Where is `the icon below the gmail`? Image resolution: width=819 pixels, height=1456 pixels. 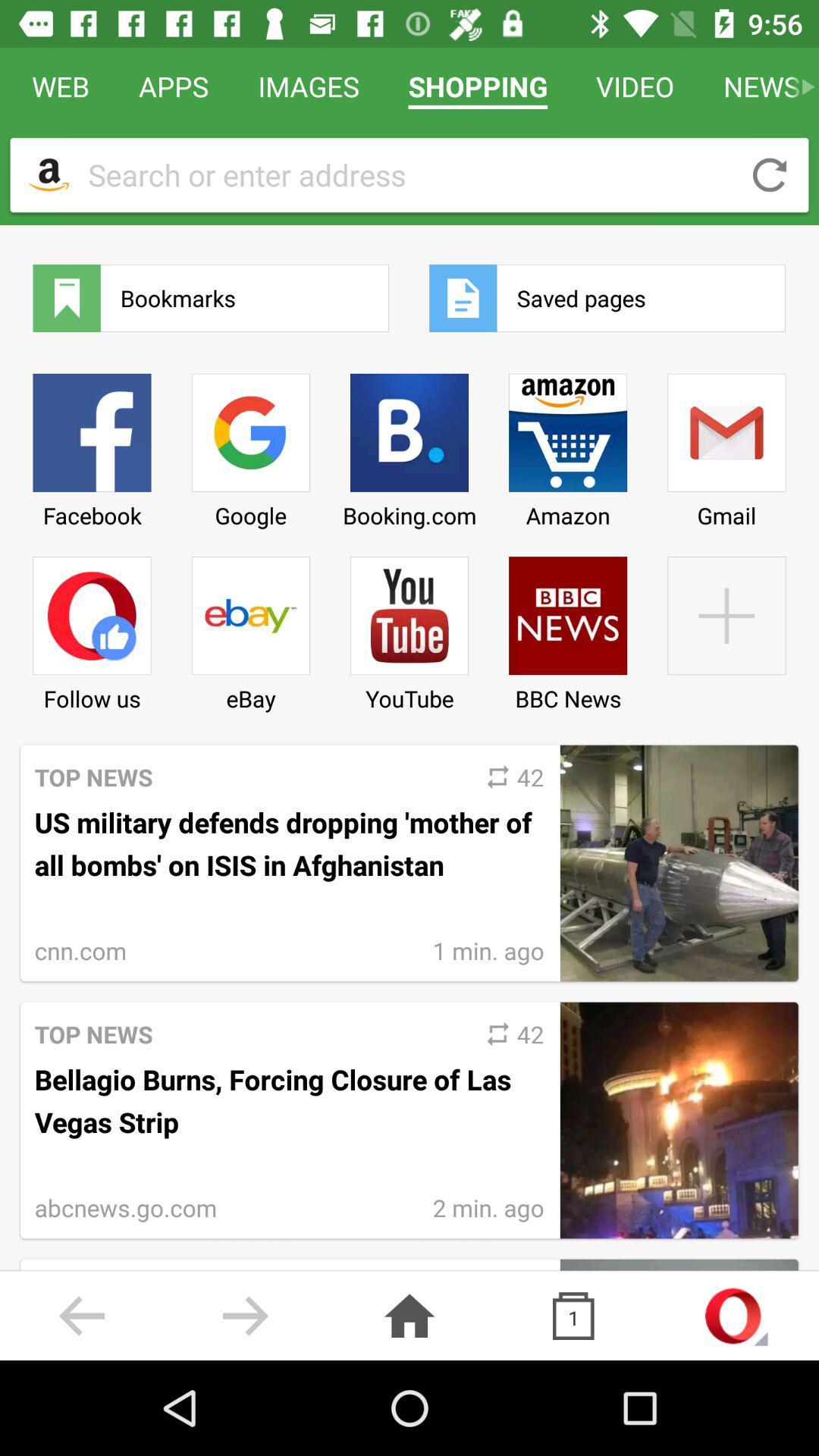 the icon below the gmail is located at coordinates (726, 628).